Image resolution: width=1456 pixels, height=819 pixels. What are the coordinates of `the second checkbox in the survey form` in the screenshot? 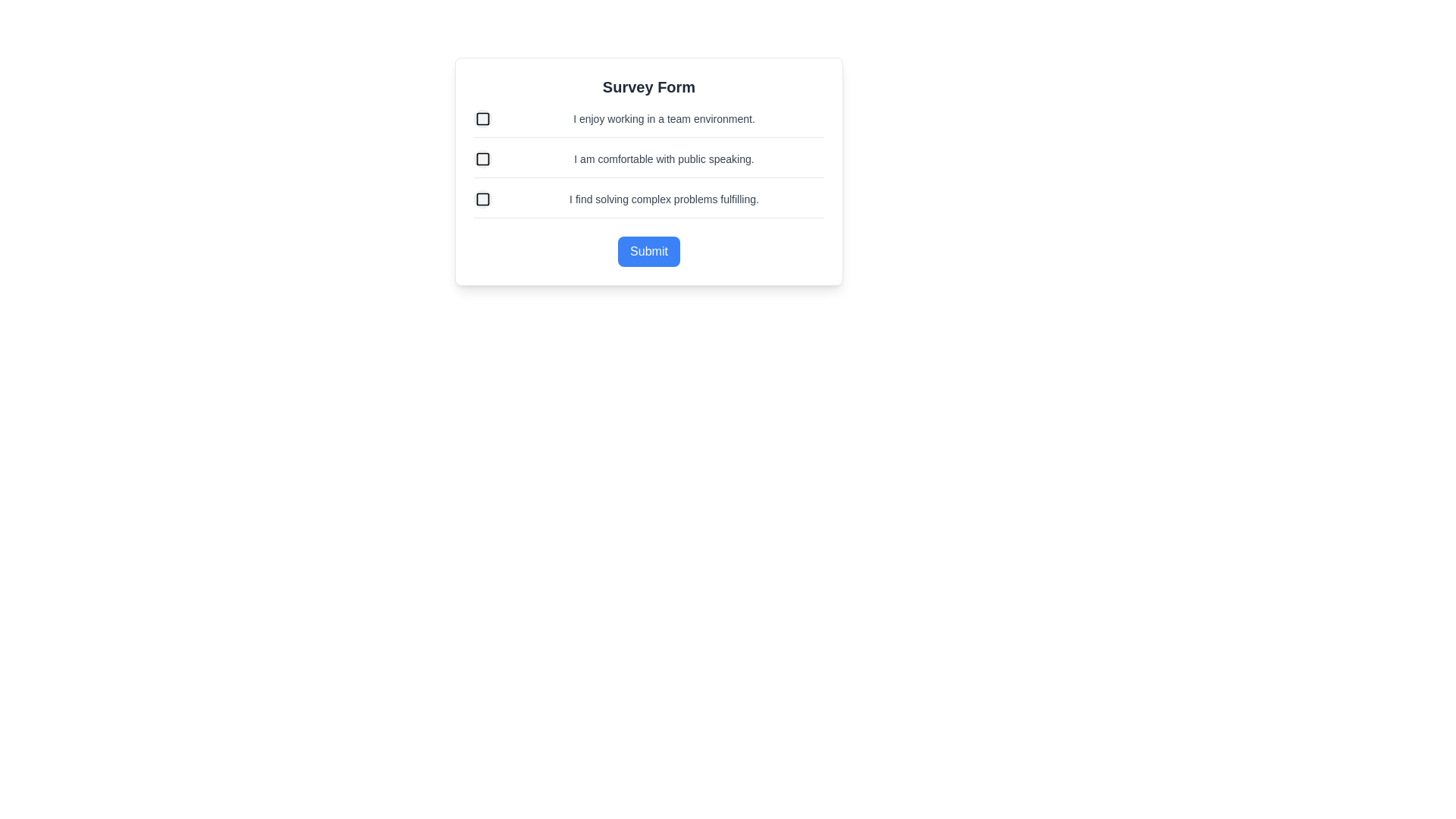 It's located at (482, 158).